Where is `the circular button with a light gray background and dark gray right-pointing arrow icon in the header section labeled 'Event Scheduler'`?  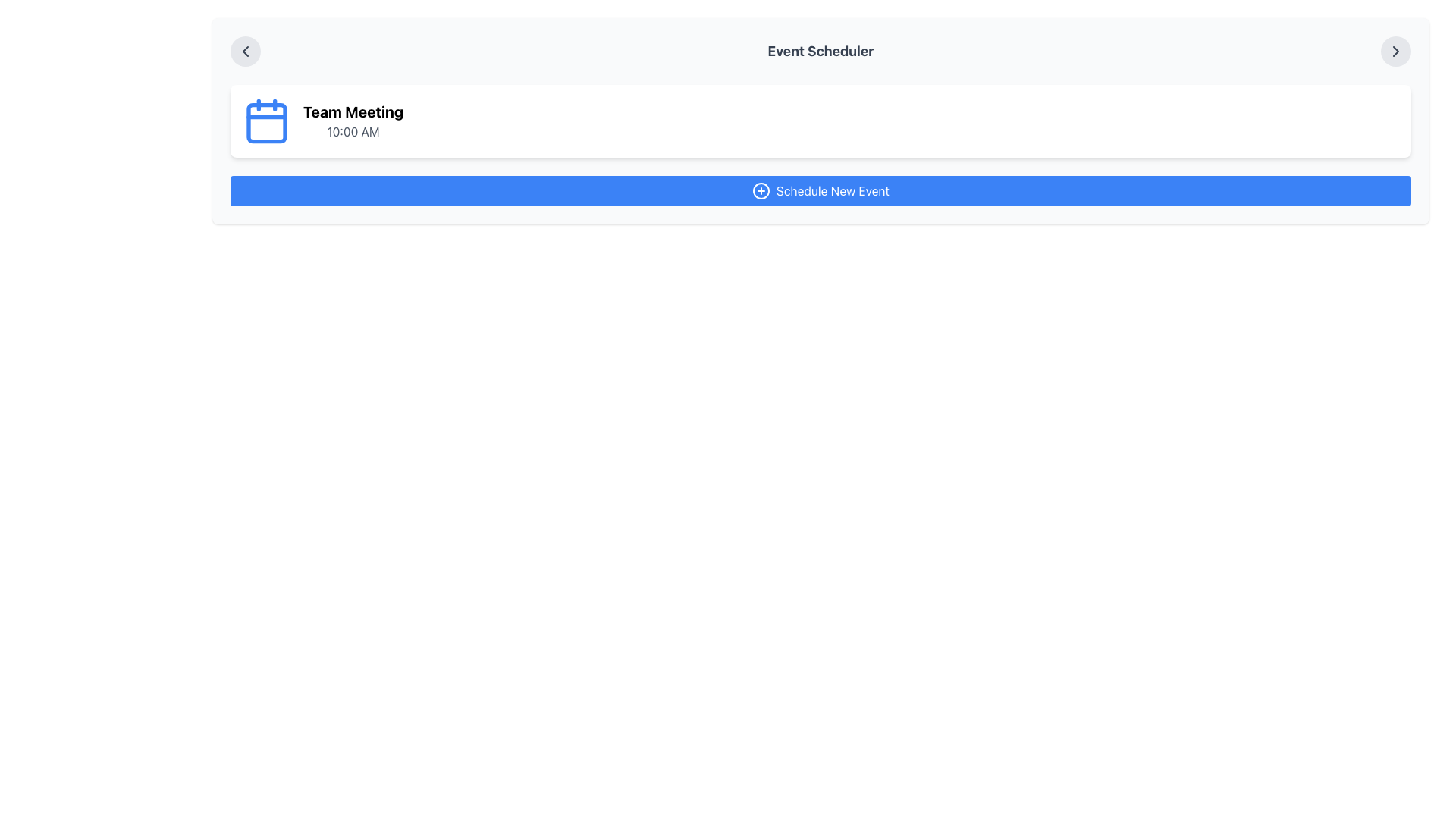 the circular button with a light gray background and dark gray right-pointing arrow icon in the header section labeled 'Event Scheduler' is located at coordinates (1395, 51).